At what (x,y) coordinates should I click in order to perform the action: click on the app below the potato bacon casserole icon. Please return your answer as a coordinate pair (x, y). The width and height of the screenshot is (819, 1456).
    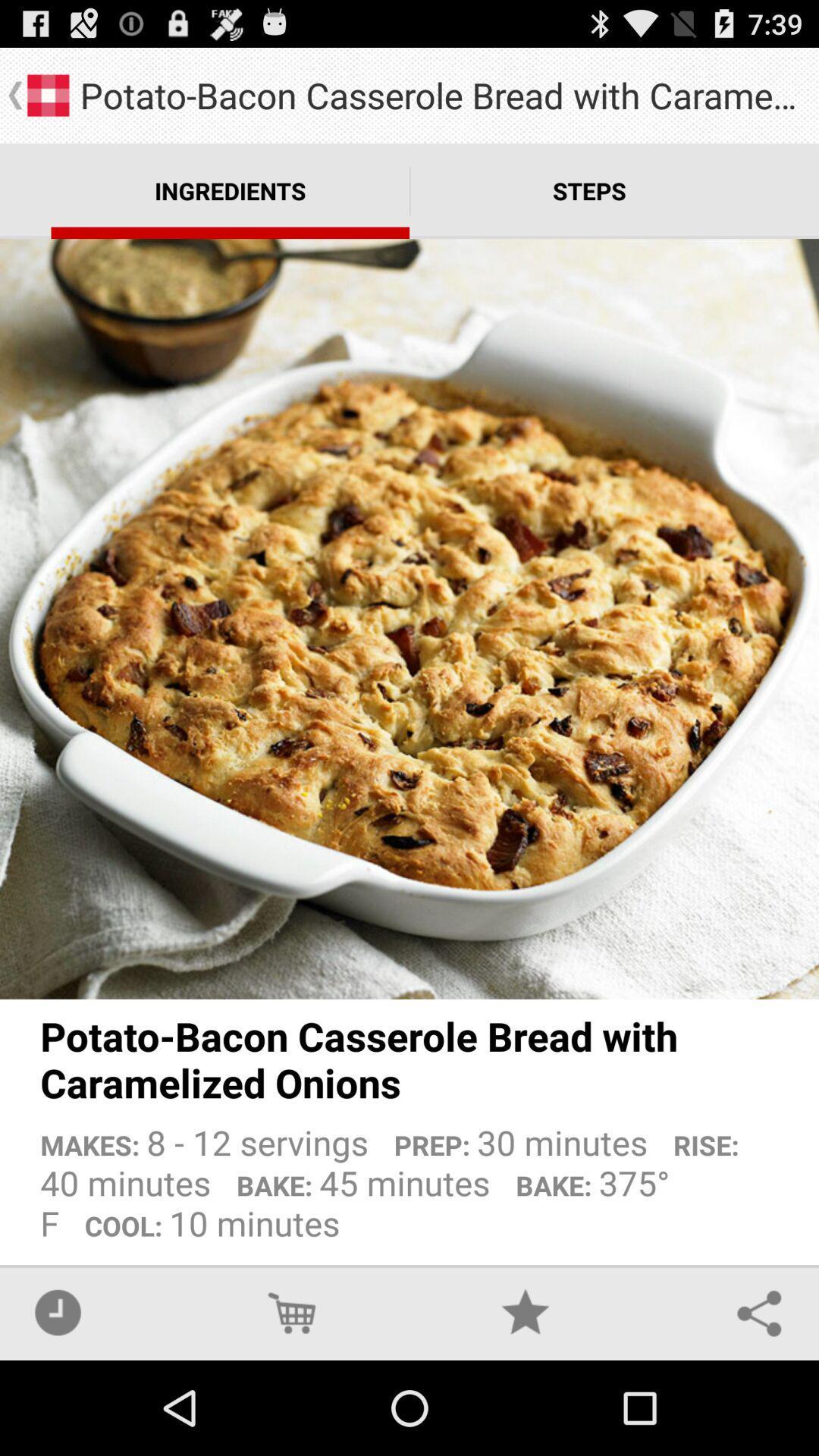
    Looking at the image, I should click on (409, 1176).